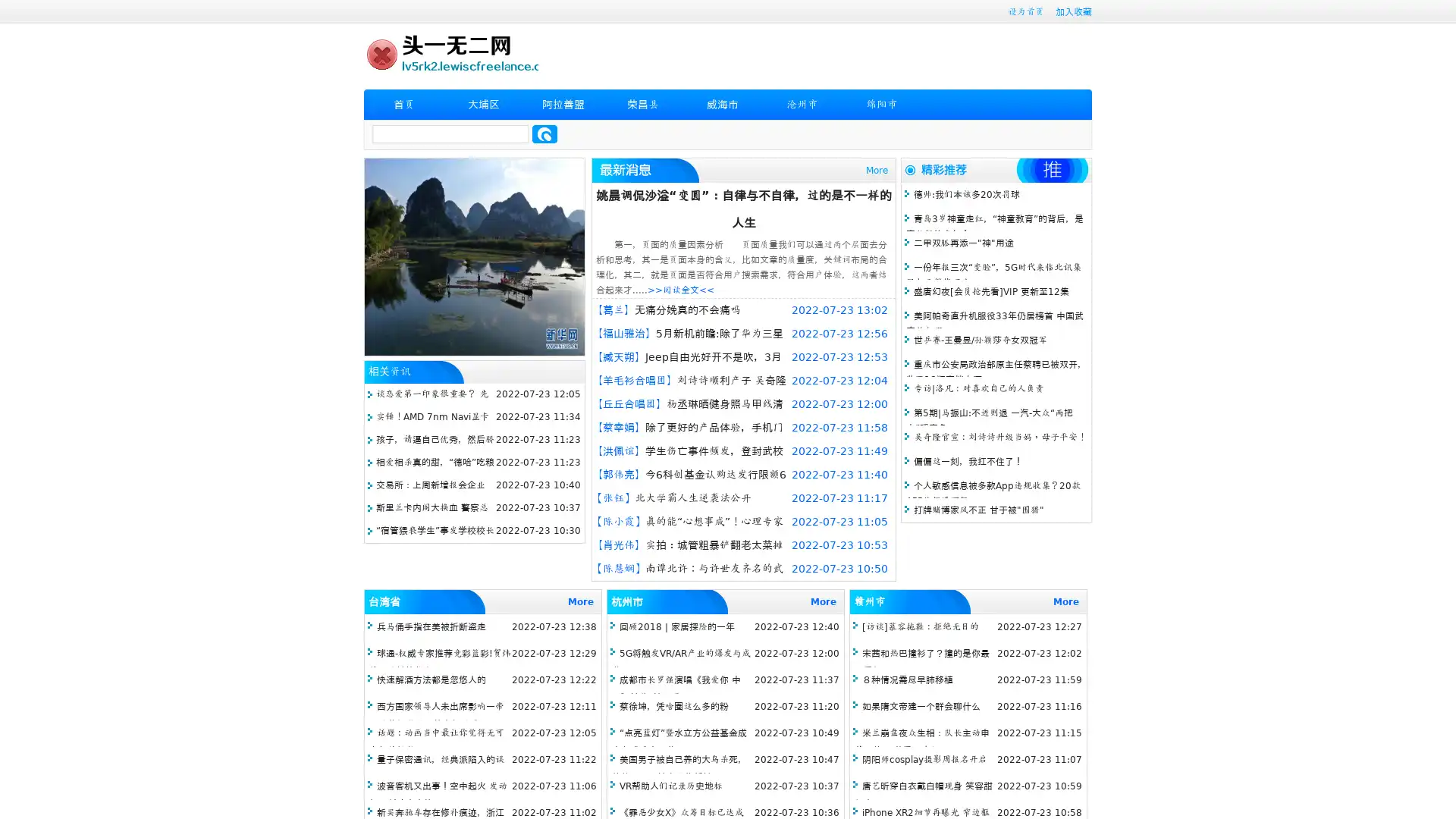 The width and height of the screenshot is (1456, 819). I want to click on Search, so click(544, 133).